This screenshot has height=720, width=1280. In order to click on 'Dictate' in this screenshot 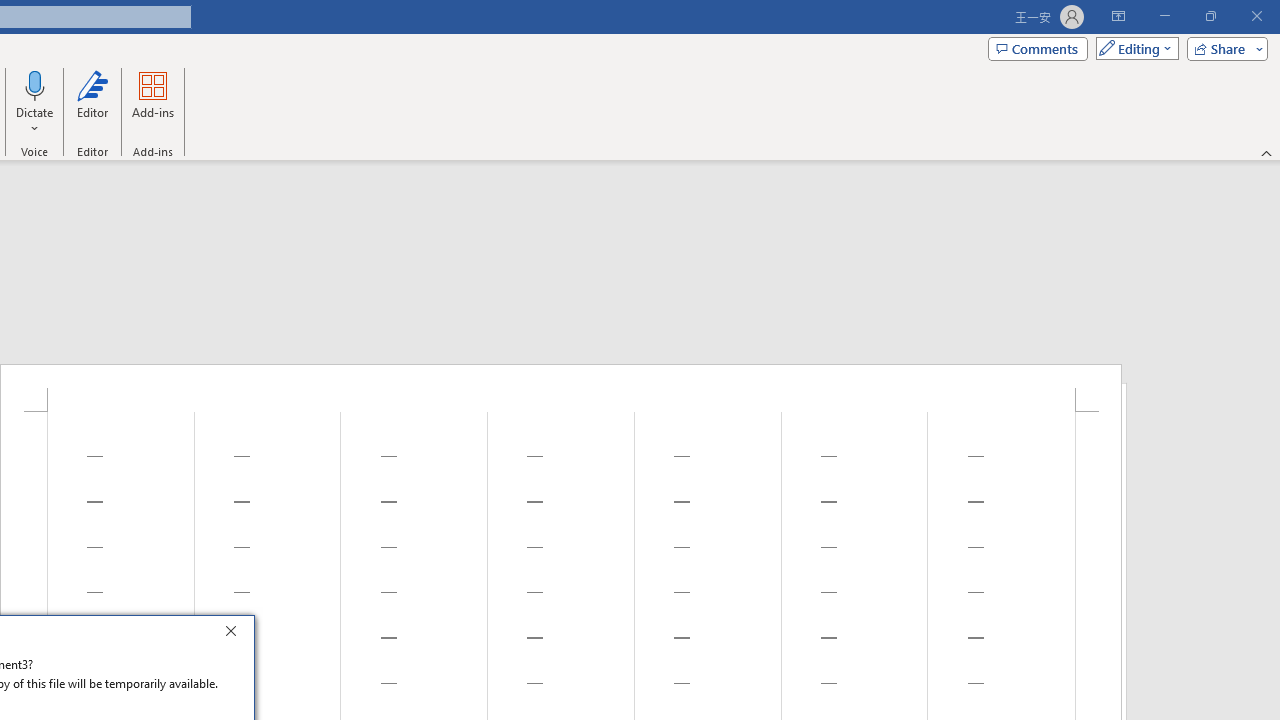, I will do `click(35, 103)`.